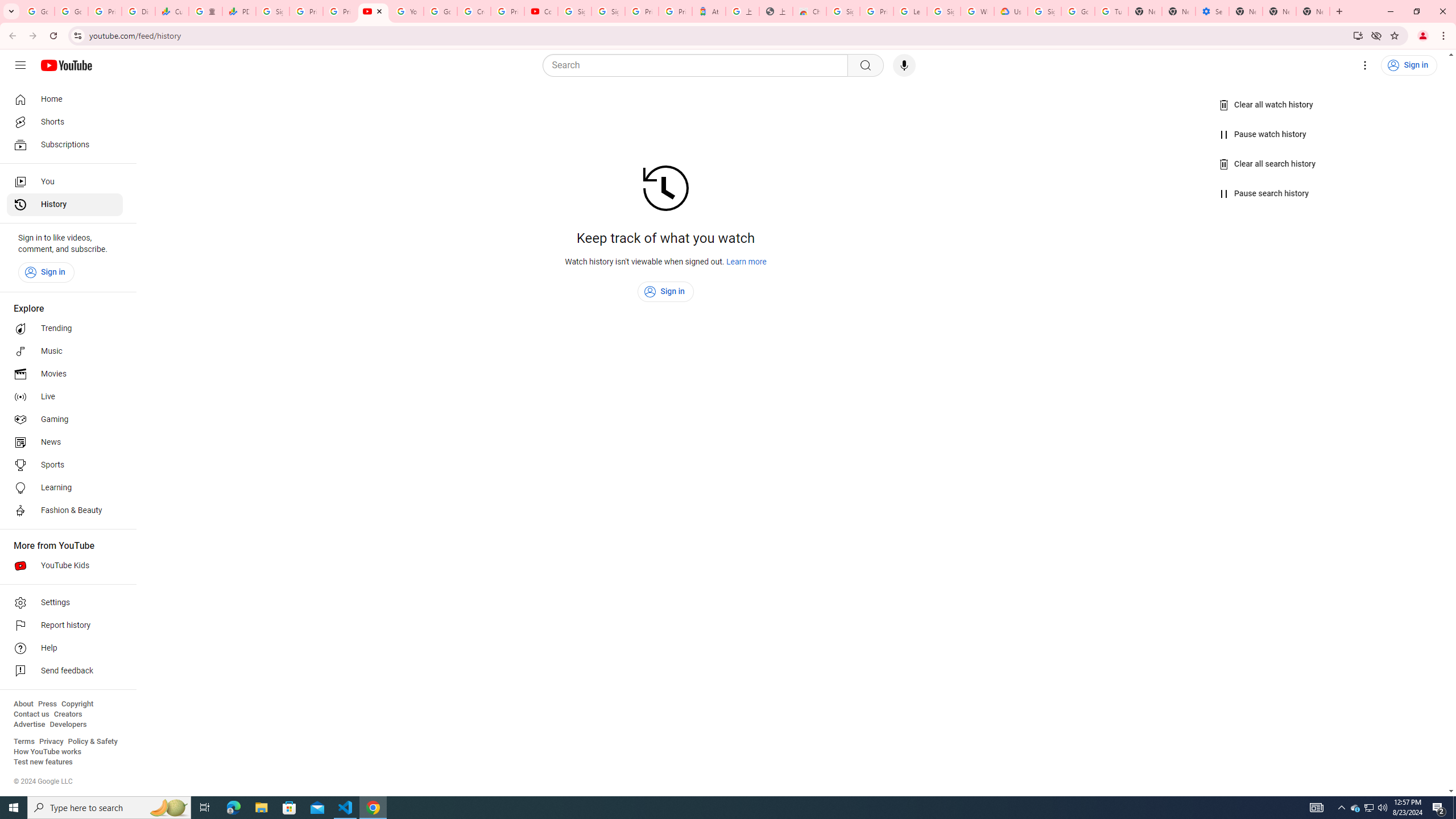  I want to click on 'Create your Google Account', so click(474, 11).